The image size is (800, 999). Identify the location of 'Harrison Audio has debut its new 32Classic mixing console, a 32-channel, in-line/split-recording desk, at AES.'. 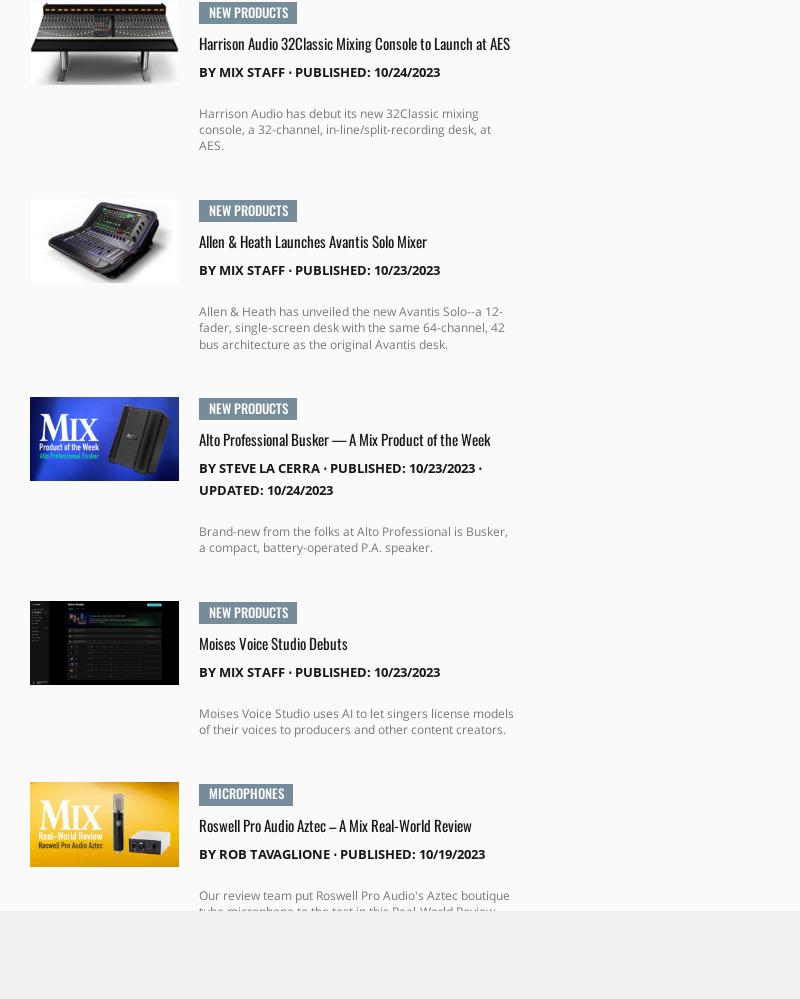
(344, 128).